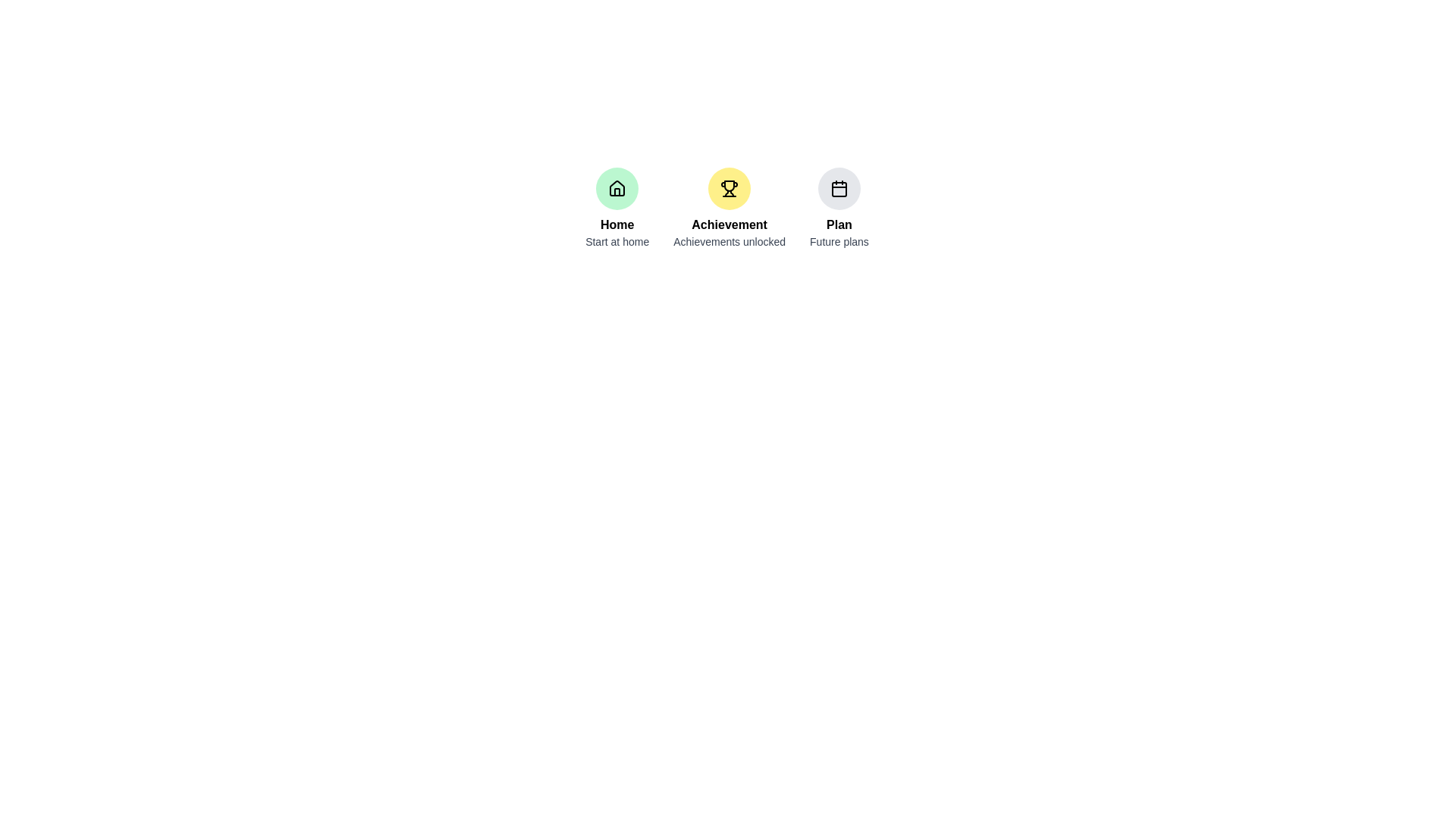  Describe the element at coordinates (730, 185) in the screenshot. I see `the trophy-shaped achievement icon, which is located inside a circular yellow background and is the central option among three icons labeled 'Achievement'` at that location.